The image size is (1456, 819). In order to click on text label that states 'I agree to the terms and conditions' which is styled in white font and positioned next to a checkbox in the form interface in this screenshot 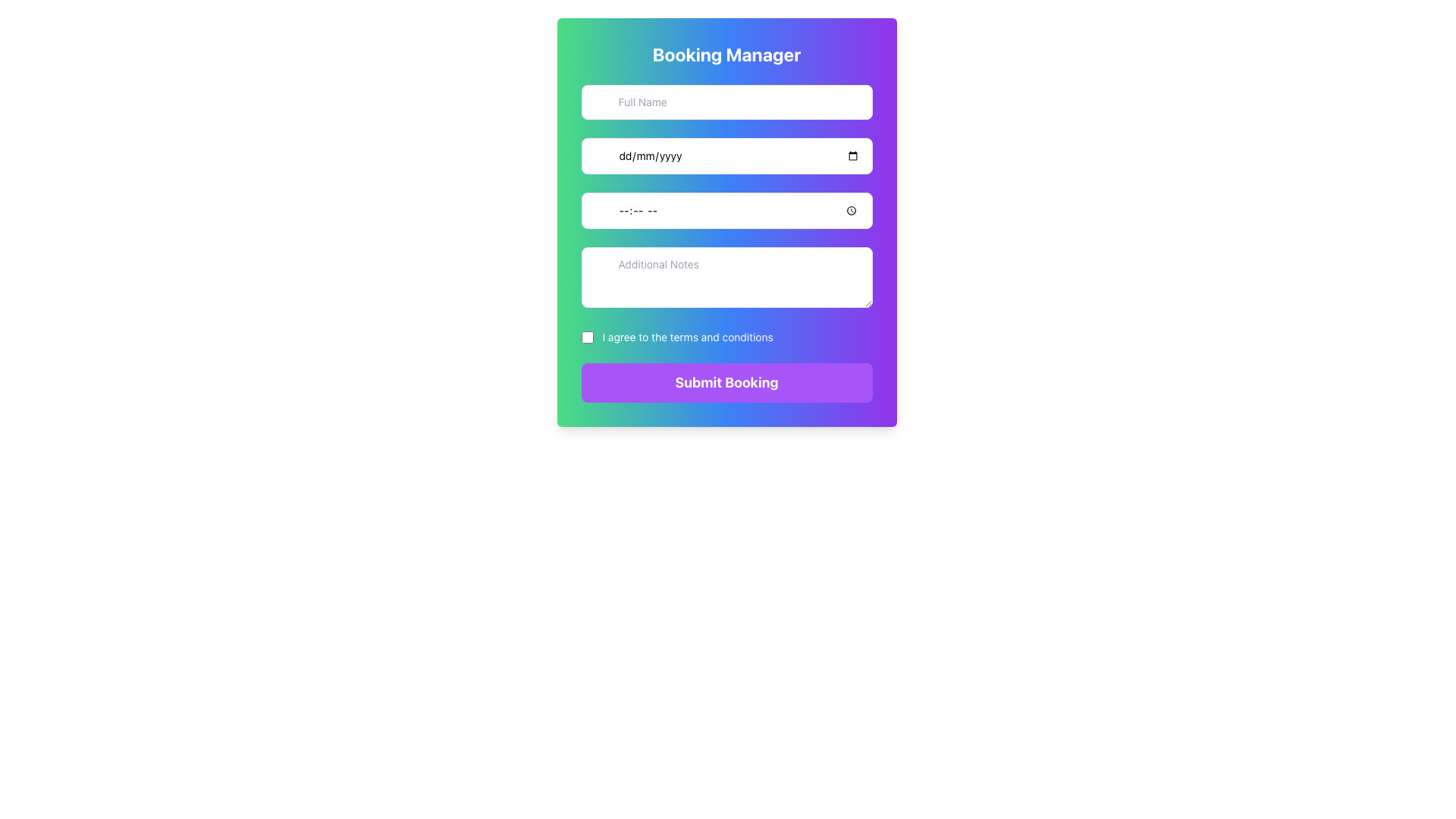, I will do `click(687, 336)`.